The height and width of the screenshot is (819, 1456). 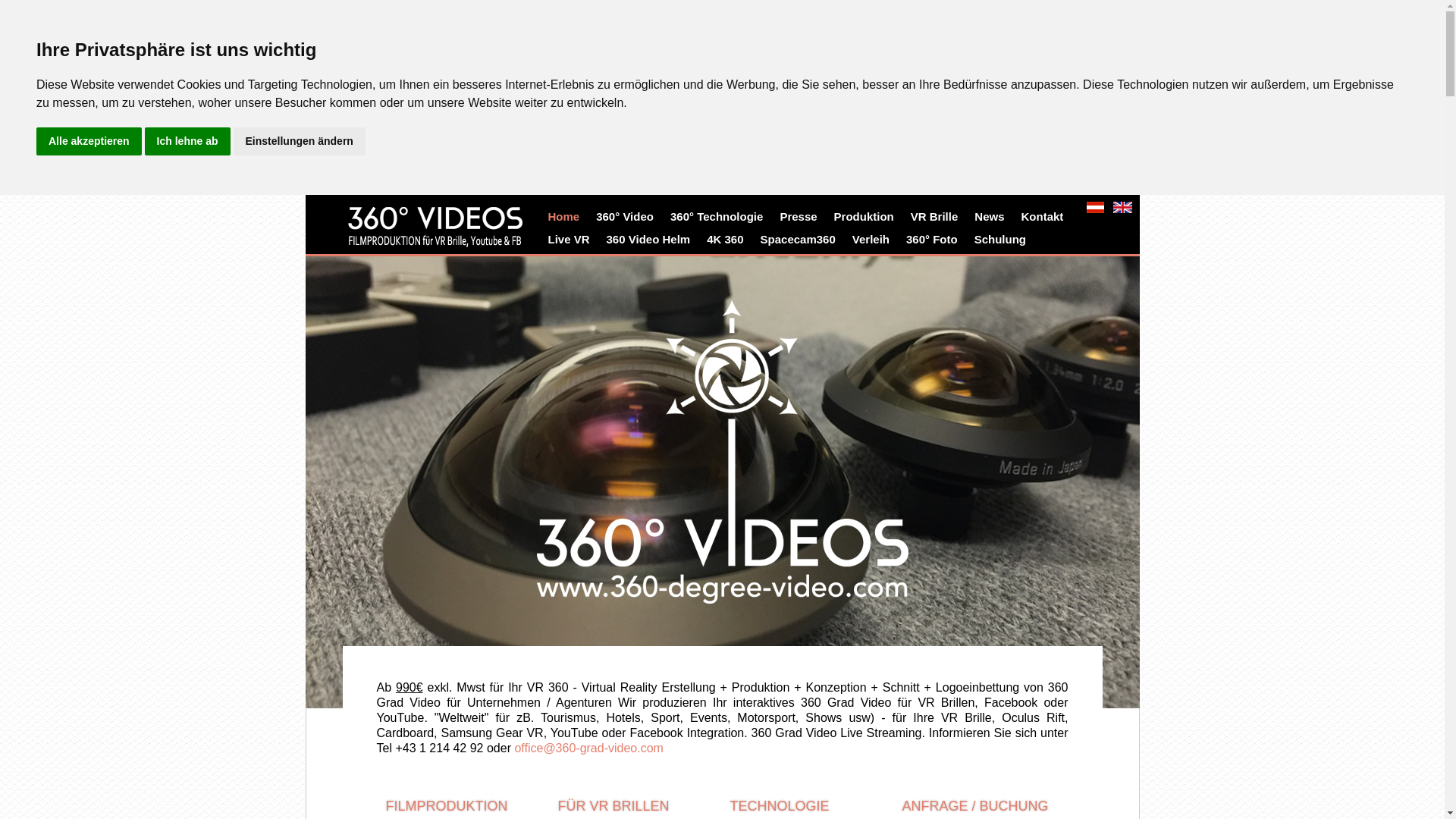 I want to click on 'office@360-grad-video.com', so click(x=588, y=747).